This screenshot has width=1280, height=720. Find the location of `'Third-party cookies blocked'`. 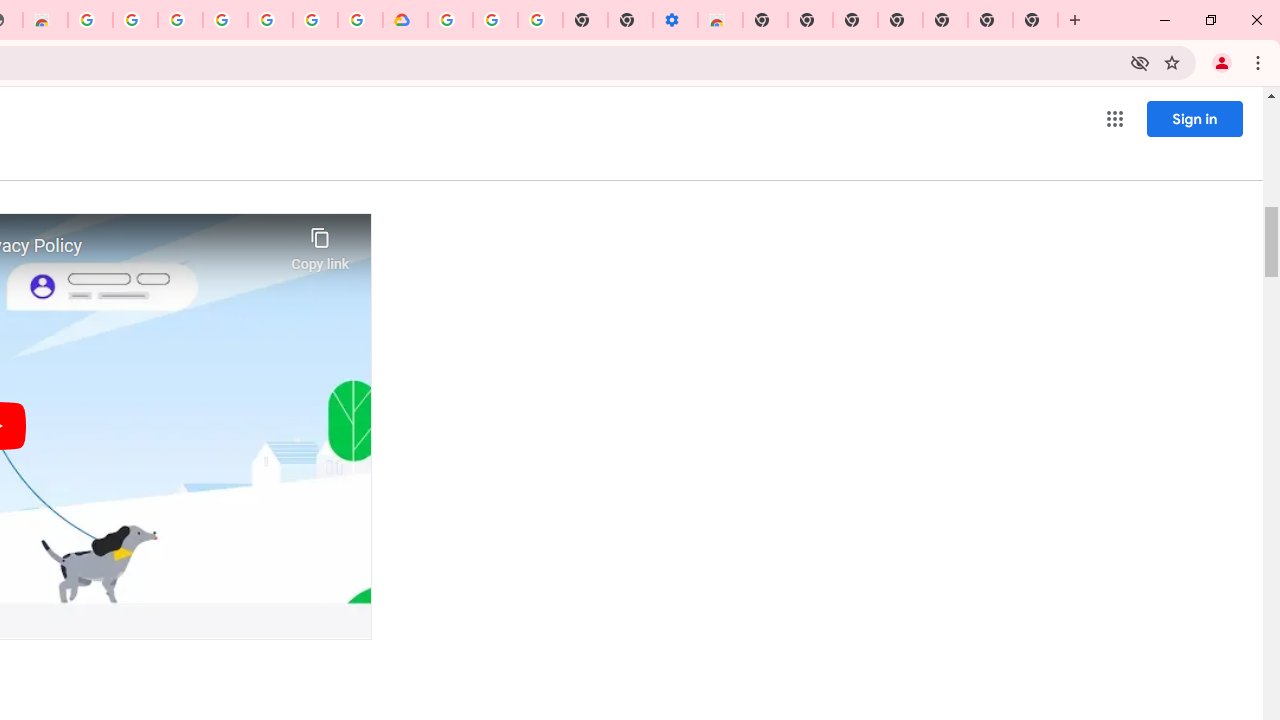

'Third-party cookies blocked' is located at coordinates (1139, 61).